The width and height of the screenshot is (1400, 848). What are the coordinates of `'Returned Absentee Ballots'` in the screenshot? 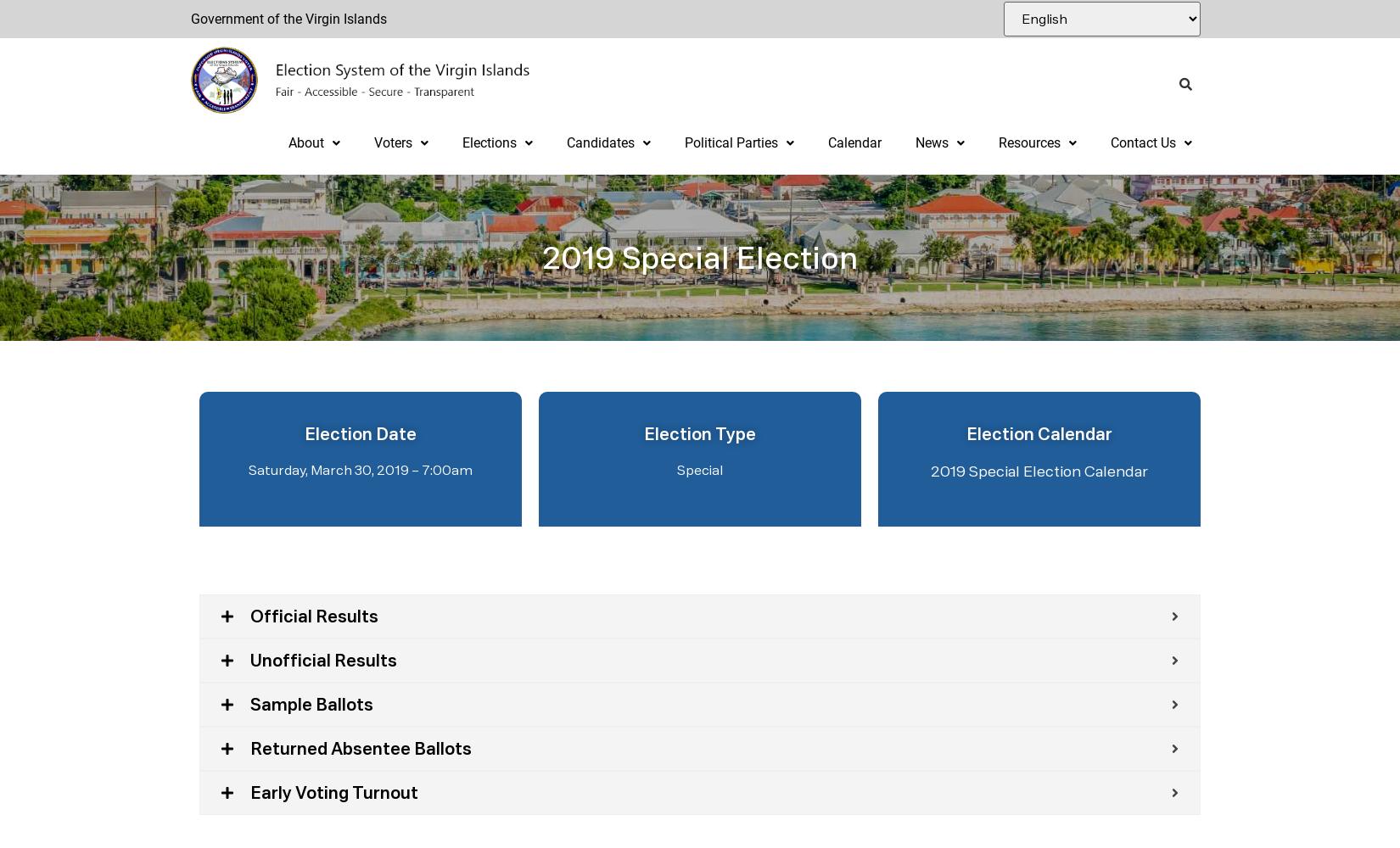 It's located at (360, 749).